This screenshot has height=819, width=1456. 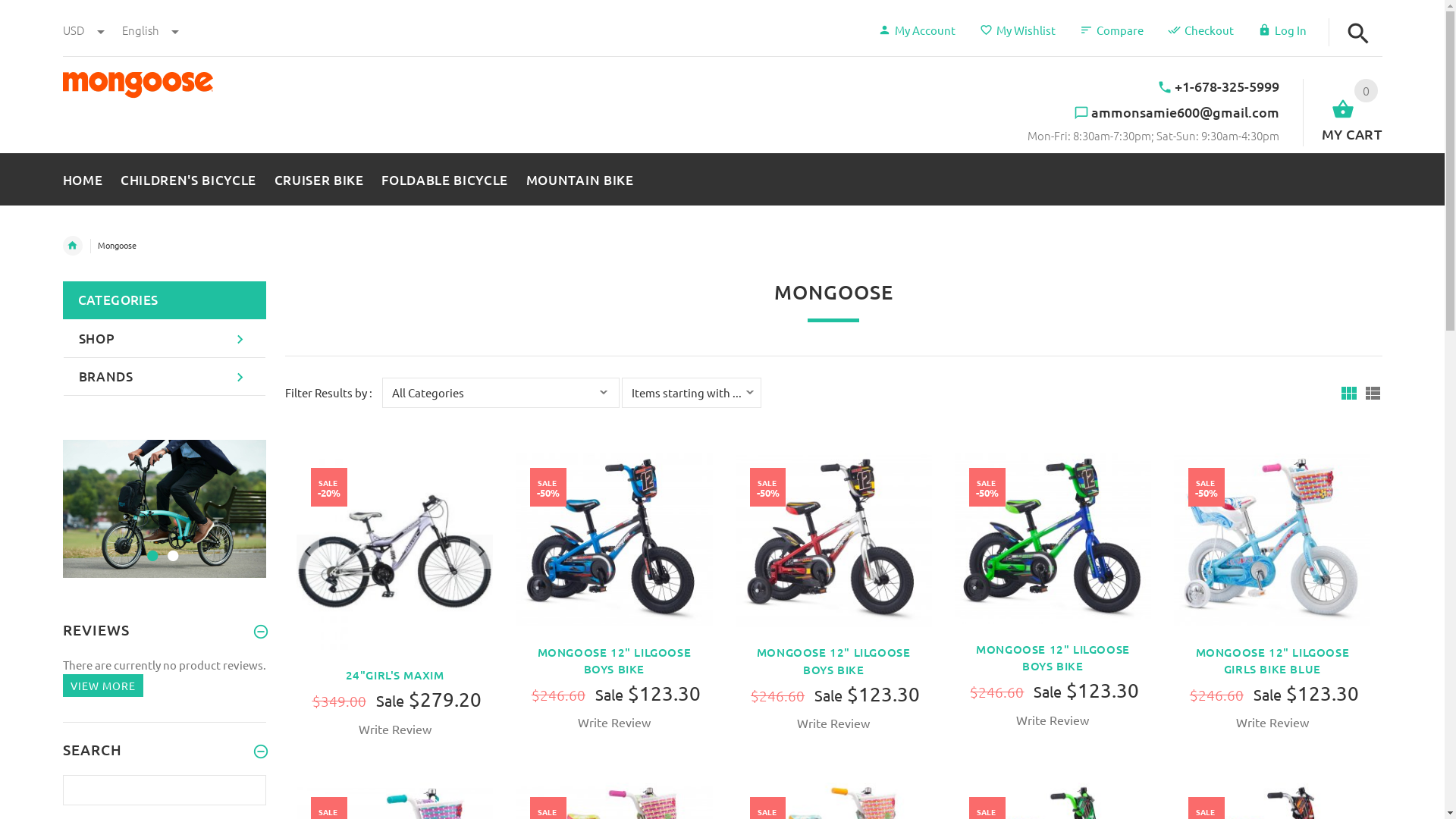 What do you see at coordinates (1111, 30) in the screenshot?
I see `'Compare'` at bounding box center [1111, 30].